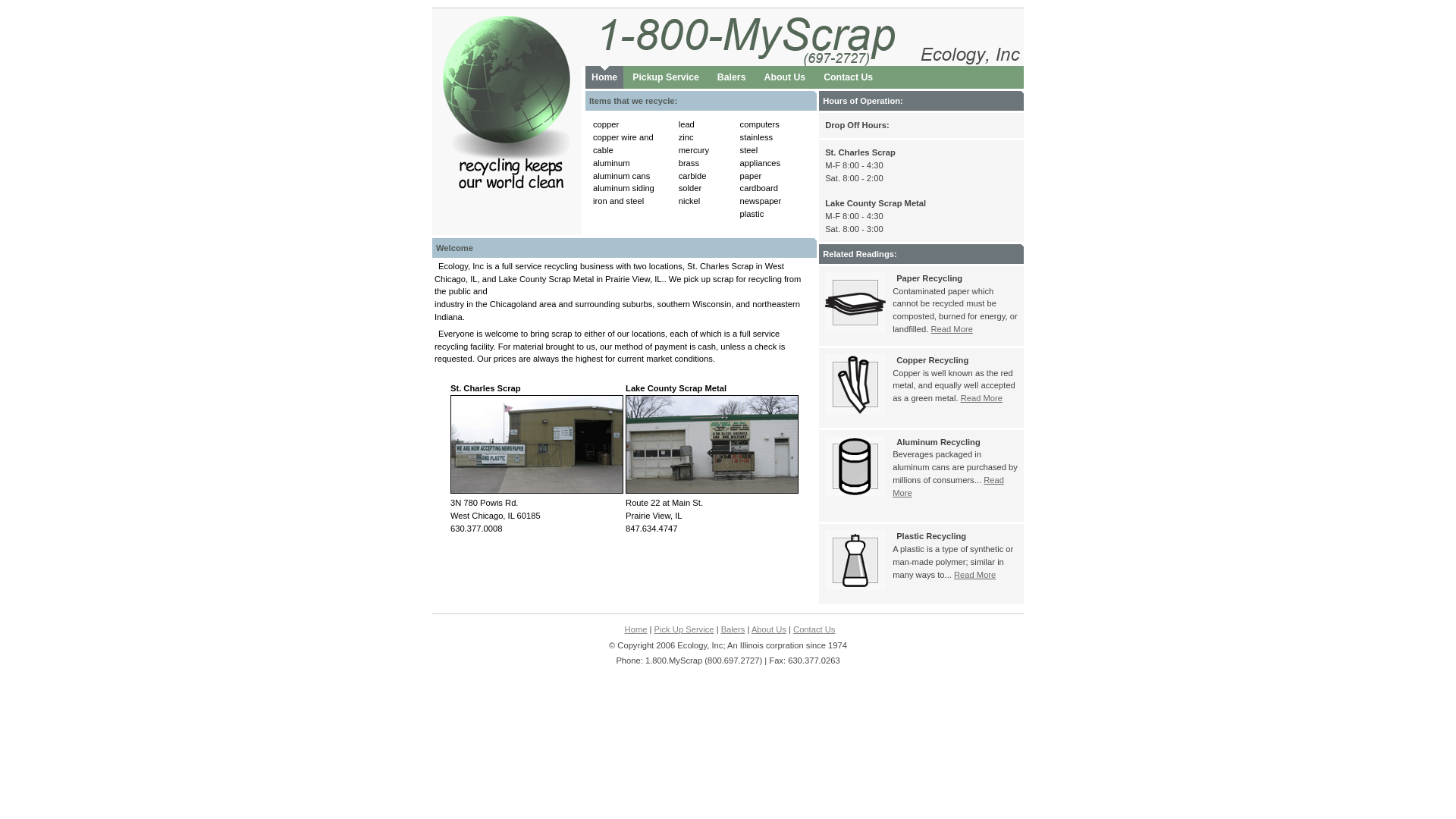 The height and width of the screenshot is (819, 1456). What do you see at coordinates (666, 77) in the screenshot?
I see `'Pickup Service'` at bounding box center [666, 77].